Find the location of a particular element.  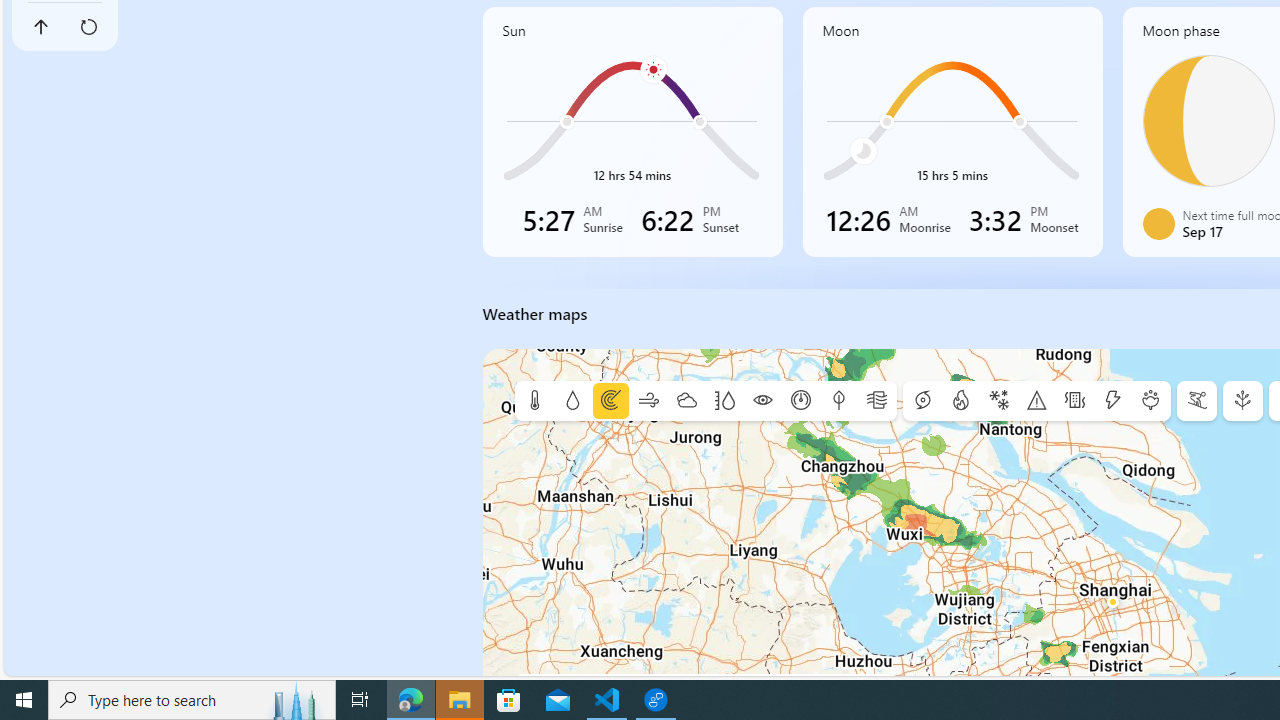

'Visibility' is located at coordinates (761, 401).